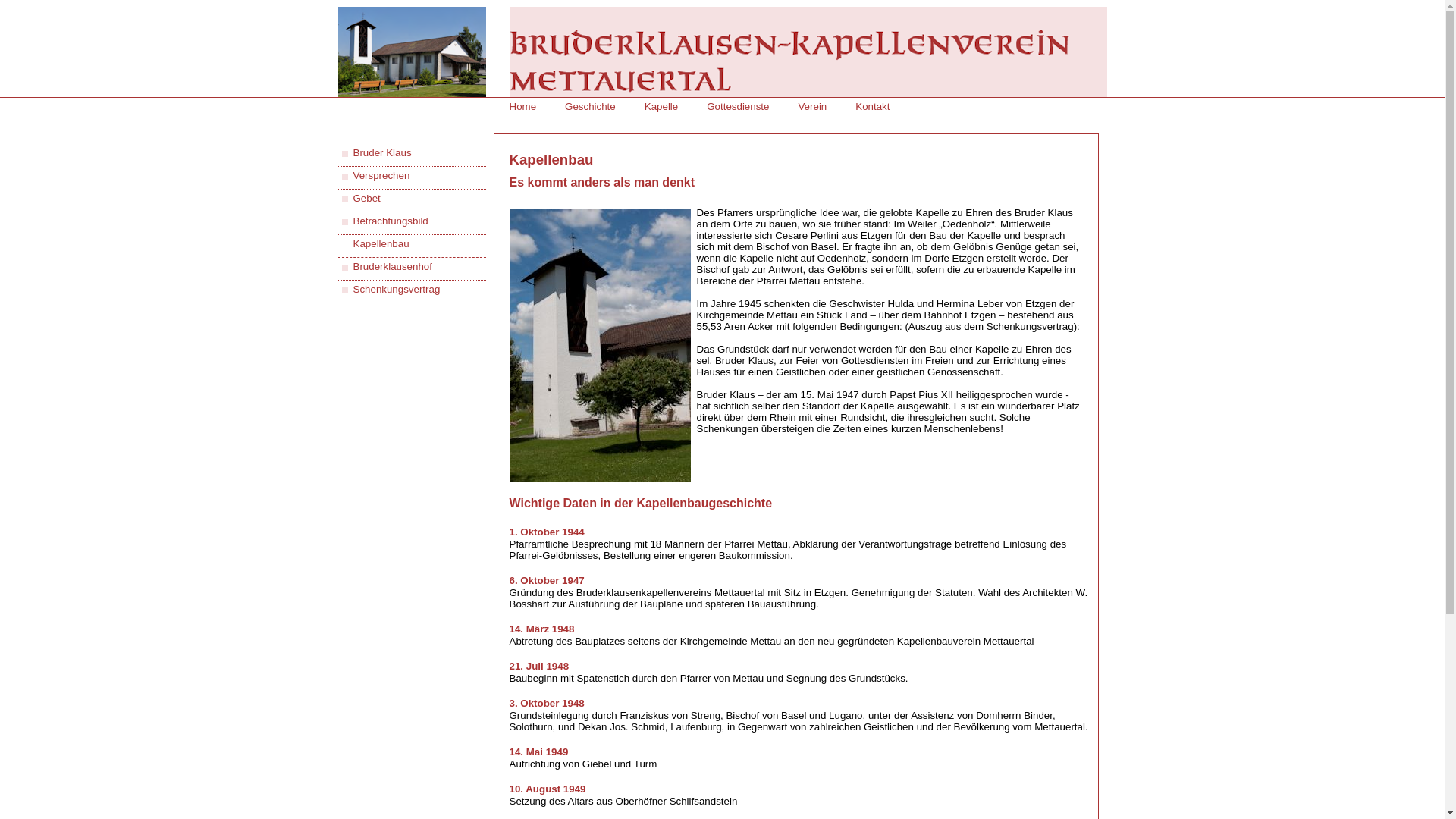 The image size is (1456, 819). I want to click on 'Kapelle', so click(661, 105).